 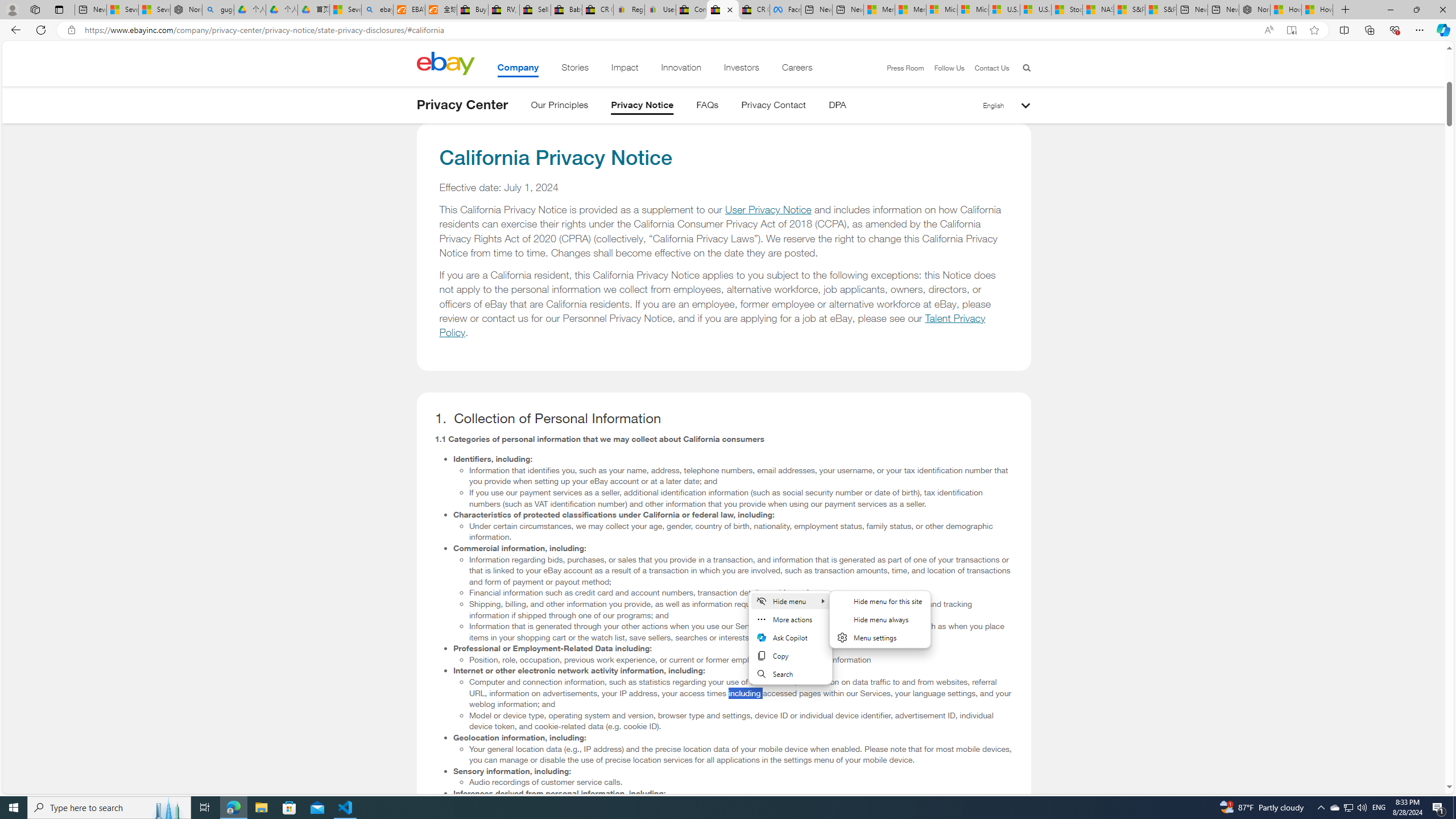 What do you see at coordinates (723, 9) in the screenshot?
I see `'U.S. State Privacy Disclosures - eBay Inc.'` at bounding box center [723, 9].